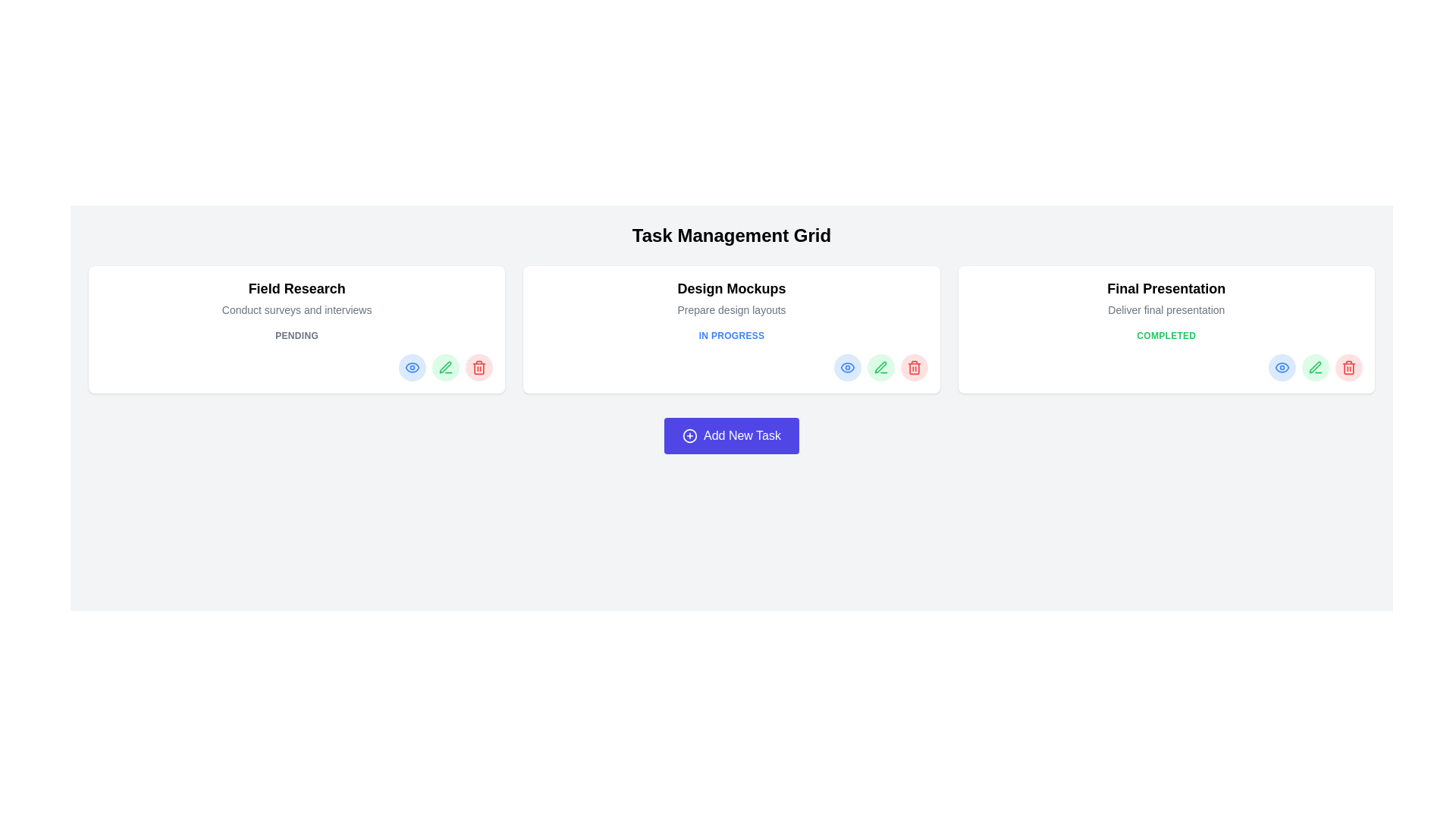 This screenshot has height=819, width=1456. I want to click on the pencil icon representing the edit action within the 'Design Mockups' task card for accessibility actions, so click(880, 367).